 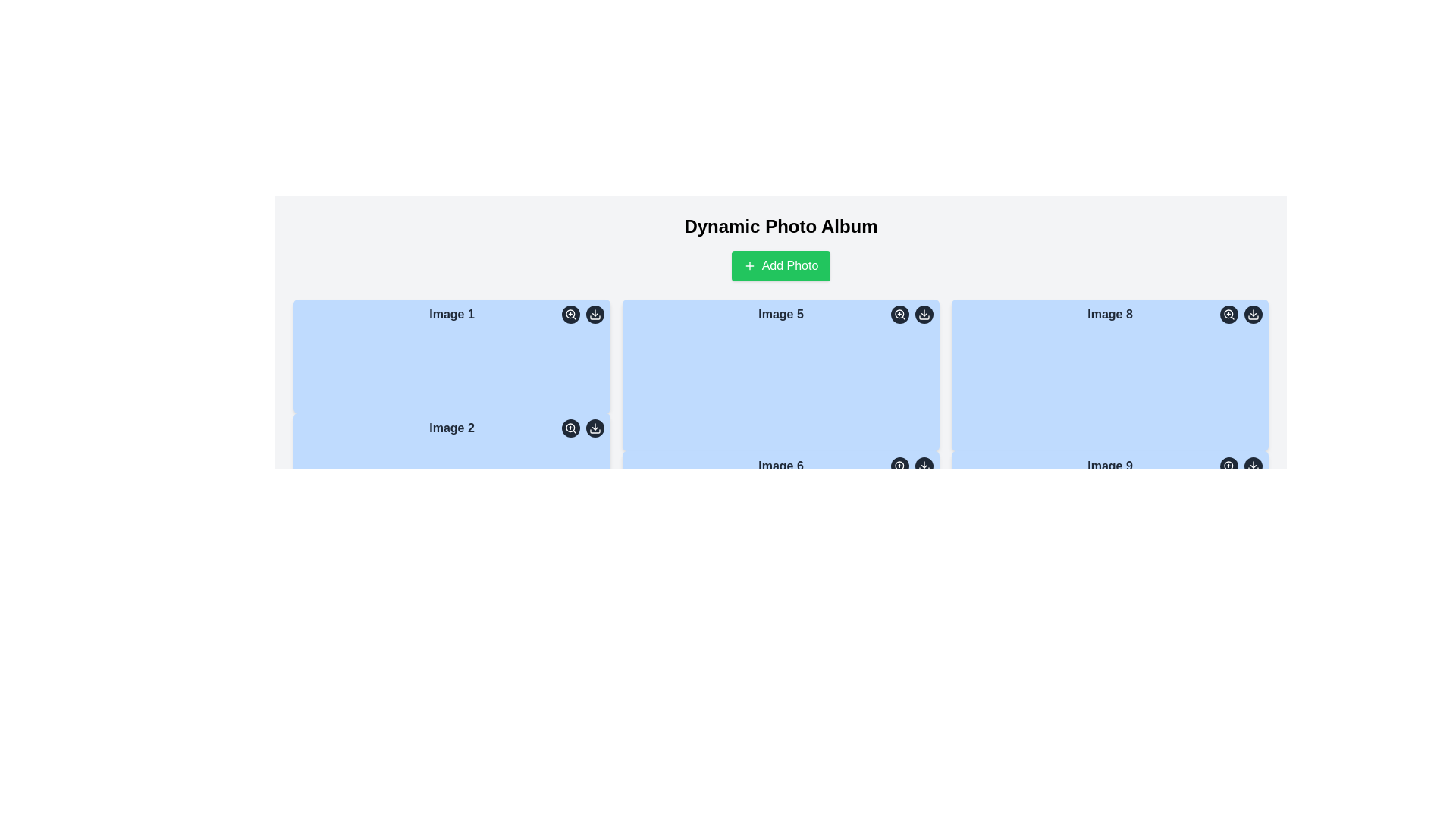 What do you see at coordinates (1253, 314) in the screenshot?
I see `the circular button with a dark gray background and a white download icon` at bounding box center [1253, 314].